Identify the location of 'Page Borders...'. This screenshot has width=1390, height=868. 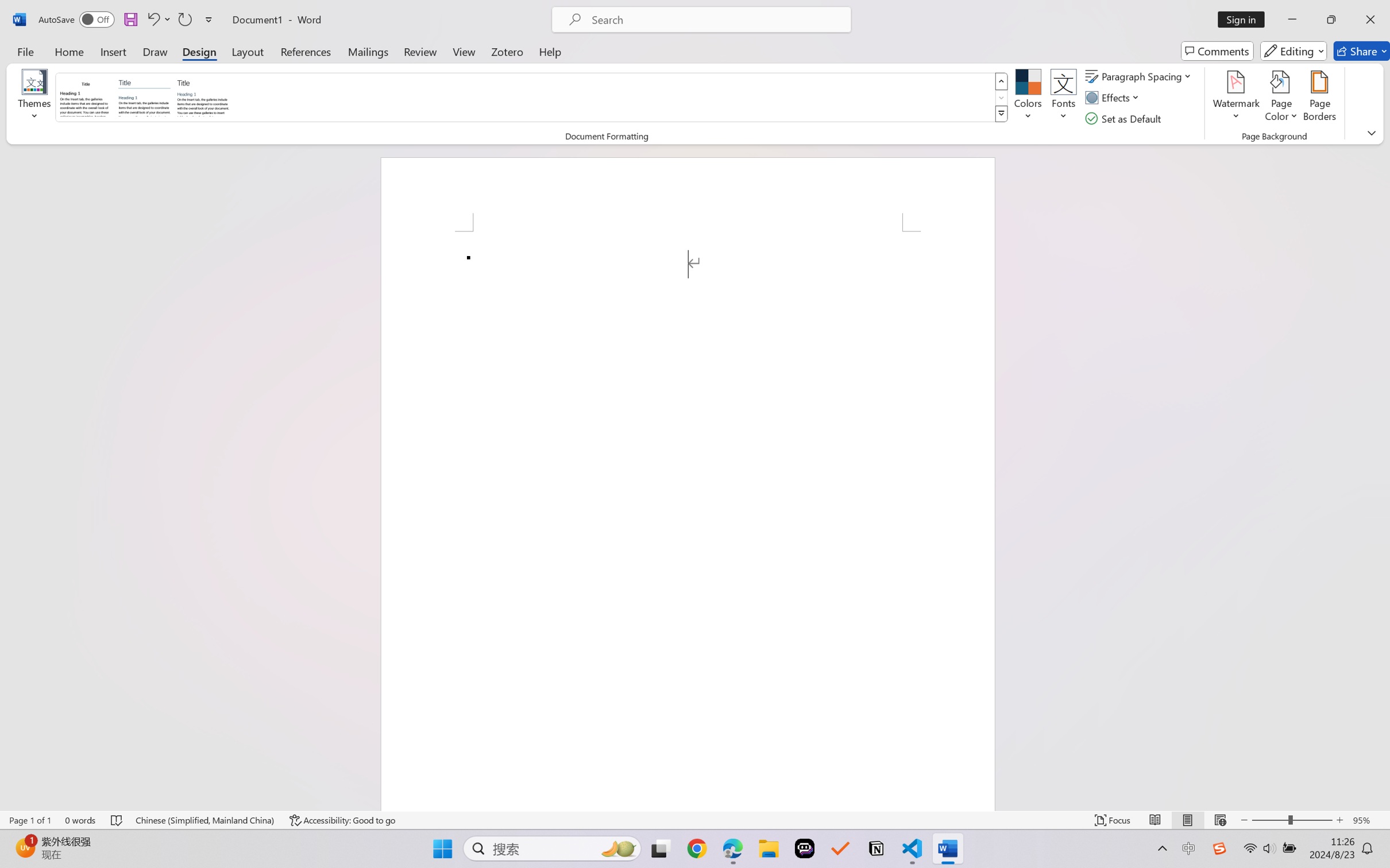
(1319, 98).